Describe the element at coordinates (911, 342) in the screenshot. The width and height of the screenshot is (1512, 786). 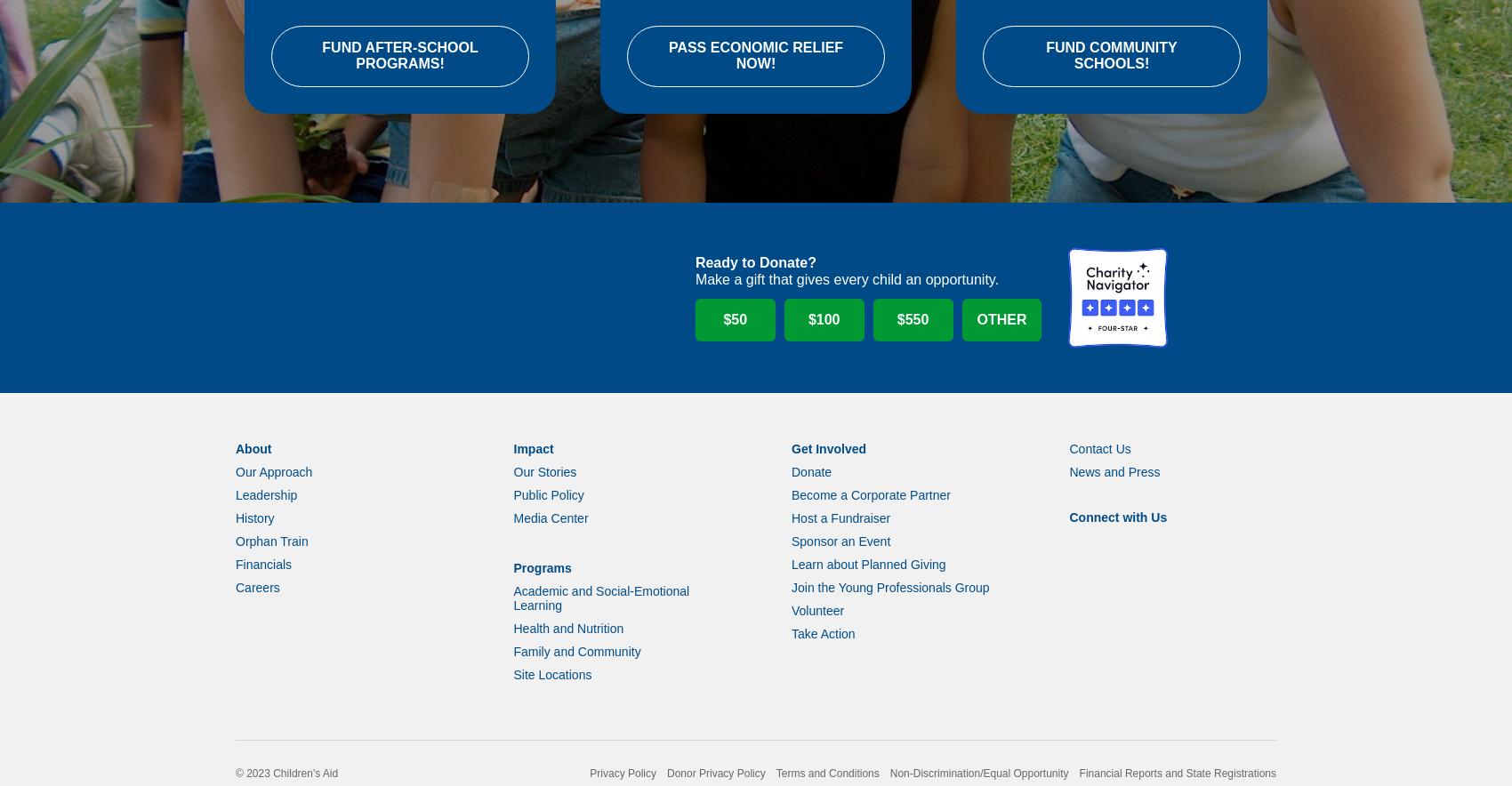
I see `'$550'` at that location.